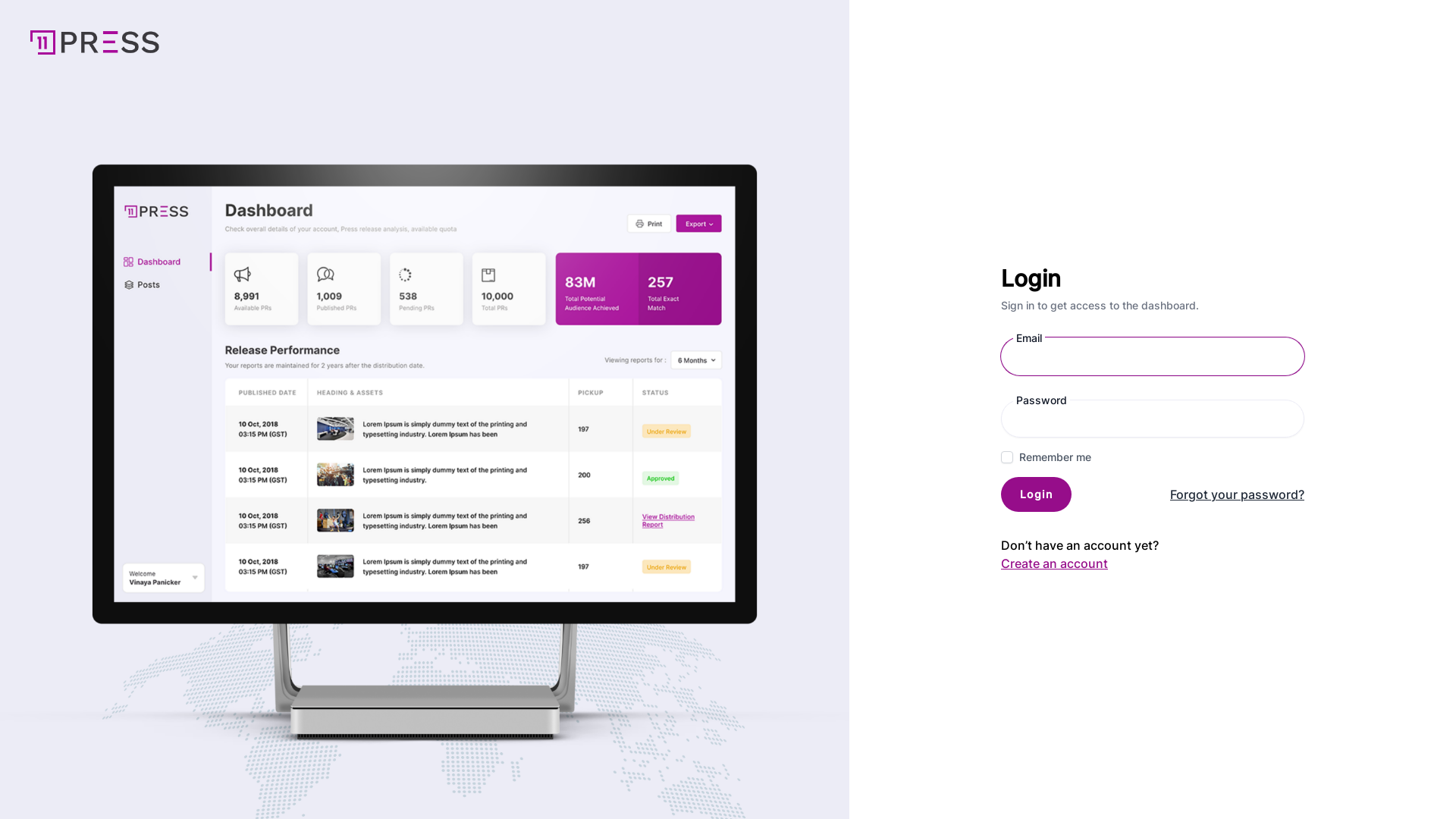  What do you see at coordinates (1001, 563) in the screenshot?
I see `'Create an account'` at bounding box center [1001, 563].